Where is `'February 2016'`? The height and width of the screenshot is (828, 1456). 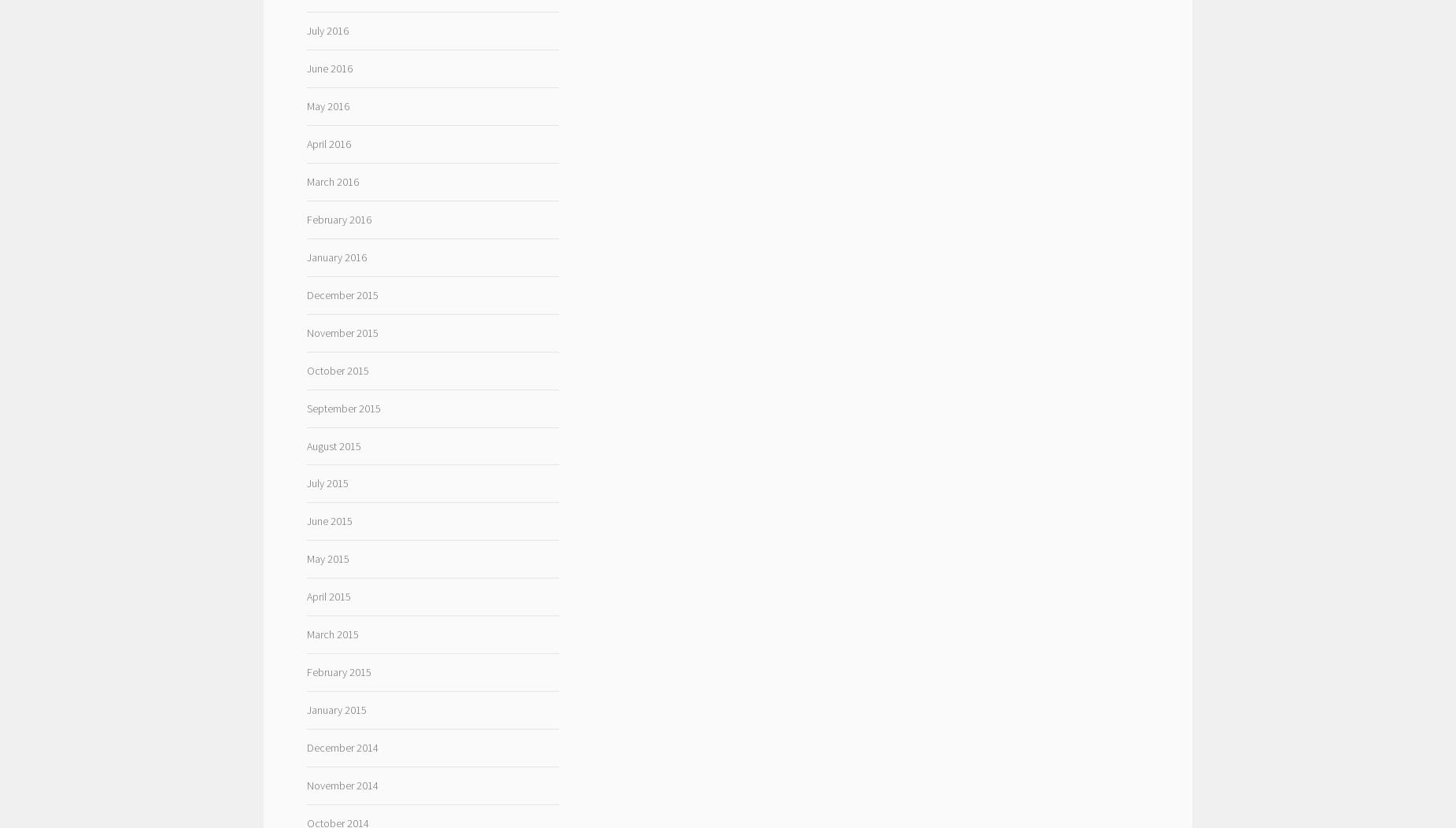 'February 2016' is located at coordinates (305, 219).